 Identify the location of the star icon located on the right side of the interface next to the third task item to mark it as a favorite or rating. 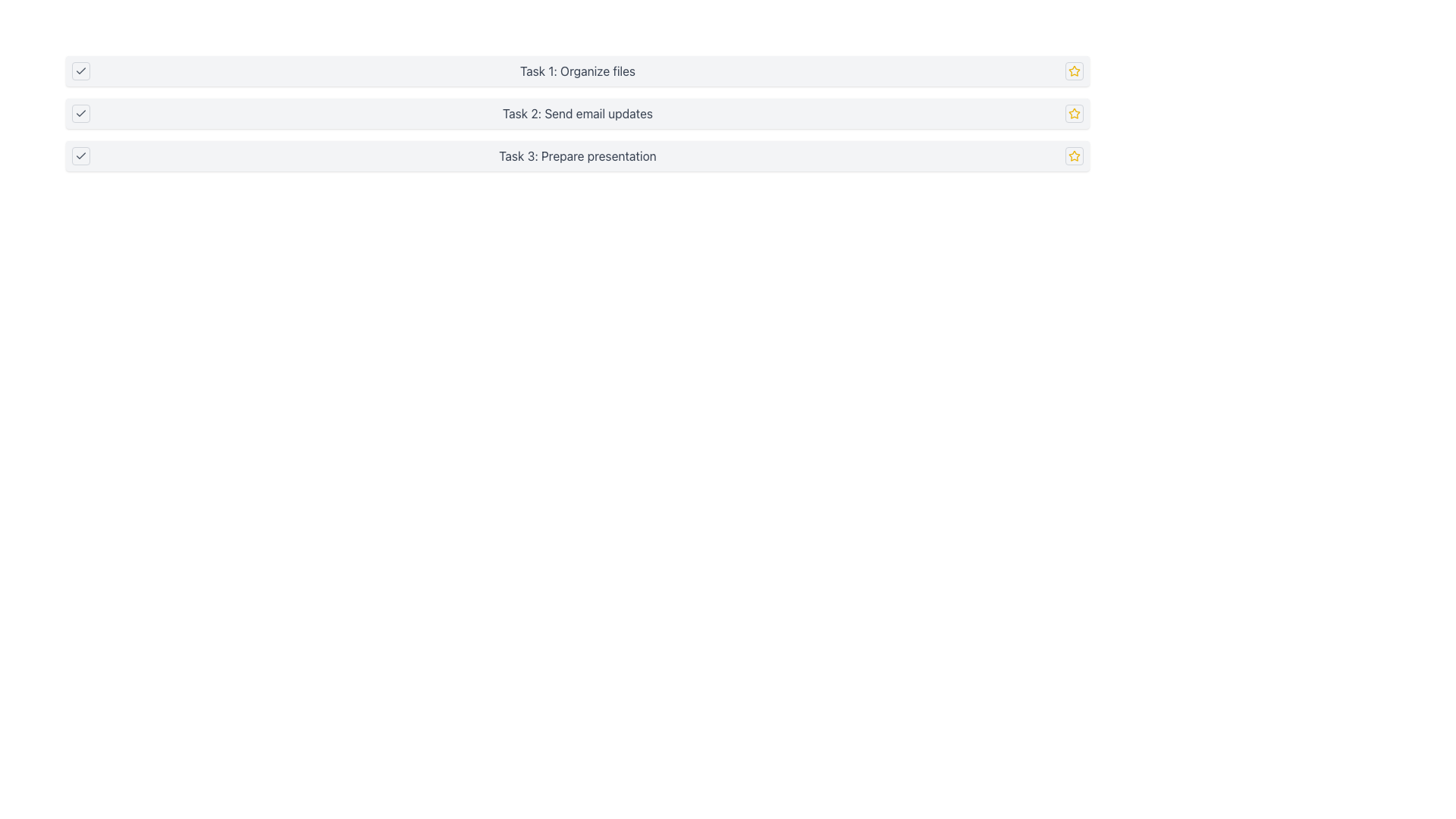
(1073, 113).